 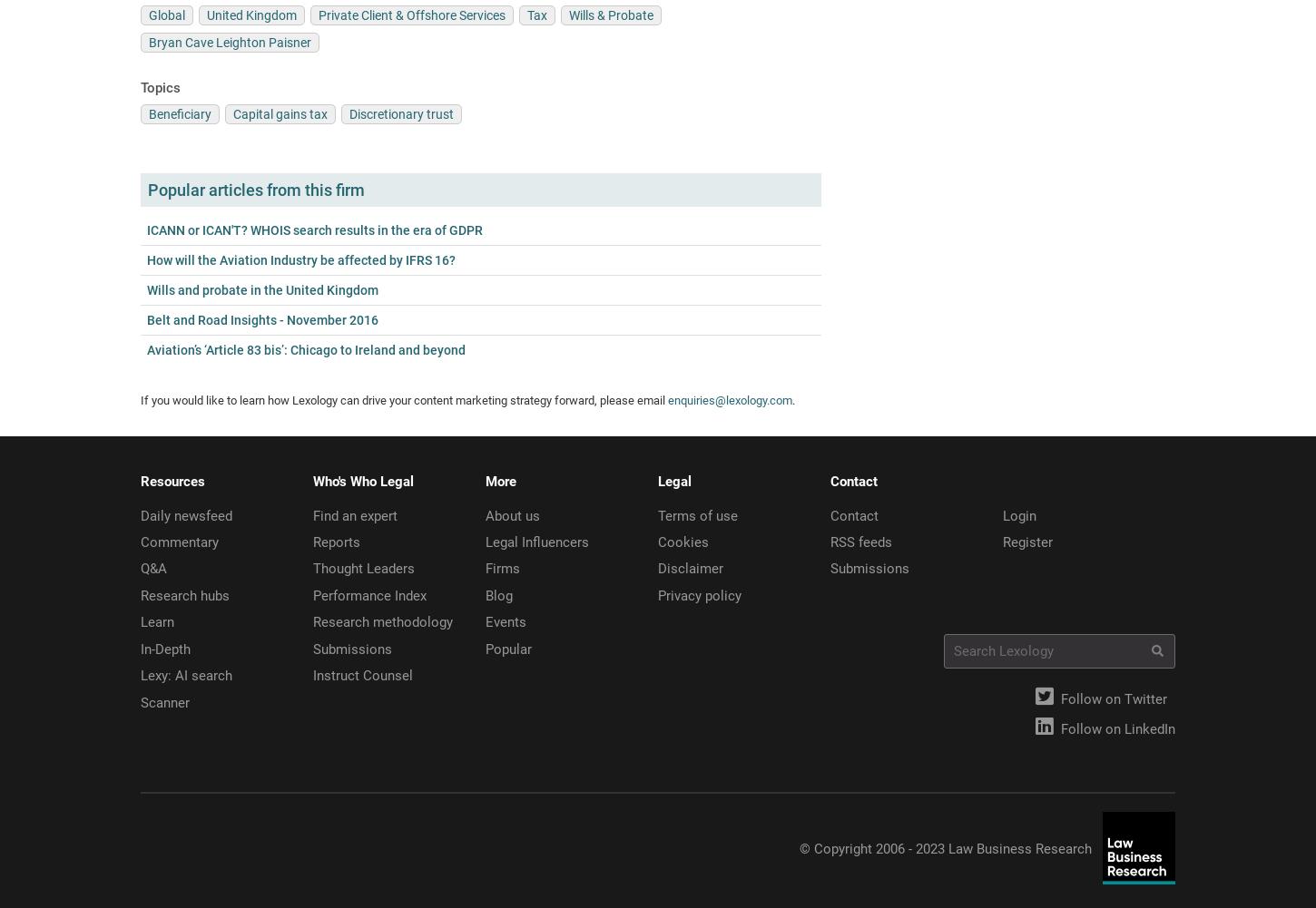 I want to click on 'Wills & Probate', so click(x=610, y=15).